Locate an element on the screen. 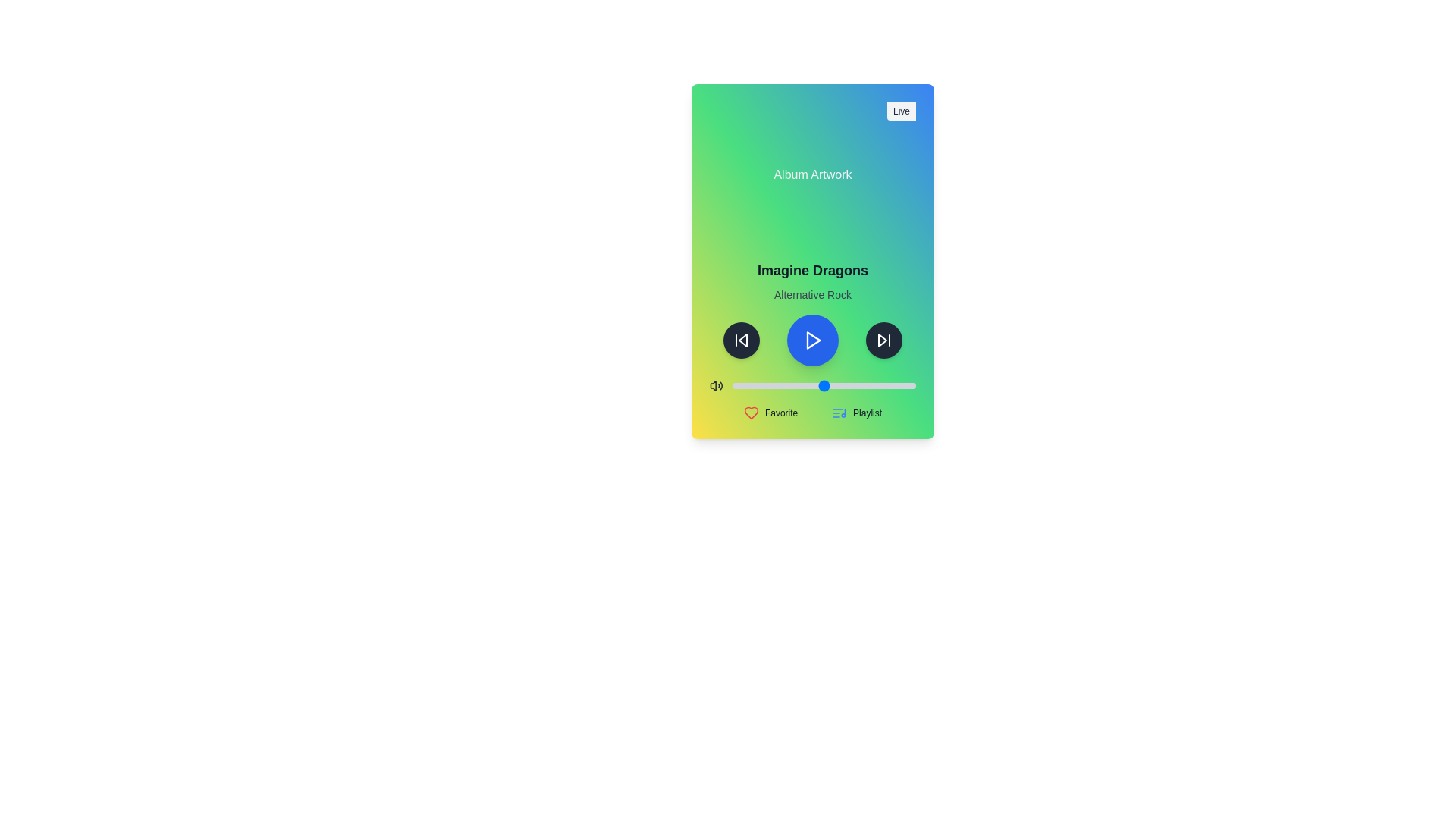 This screenshot has height=819, width=1456. the 'play' icon located at the center of the blue circular button is located at coordinates (813, 339).